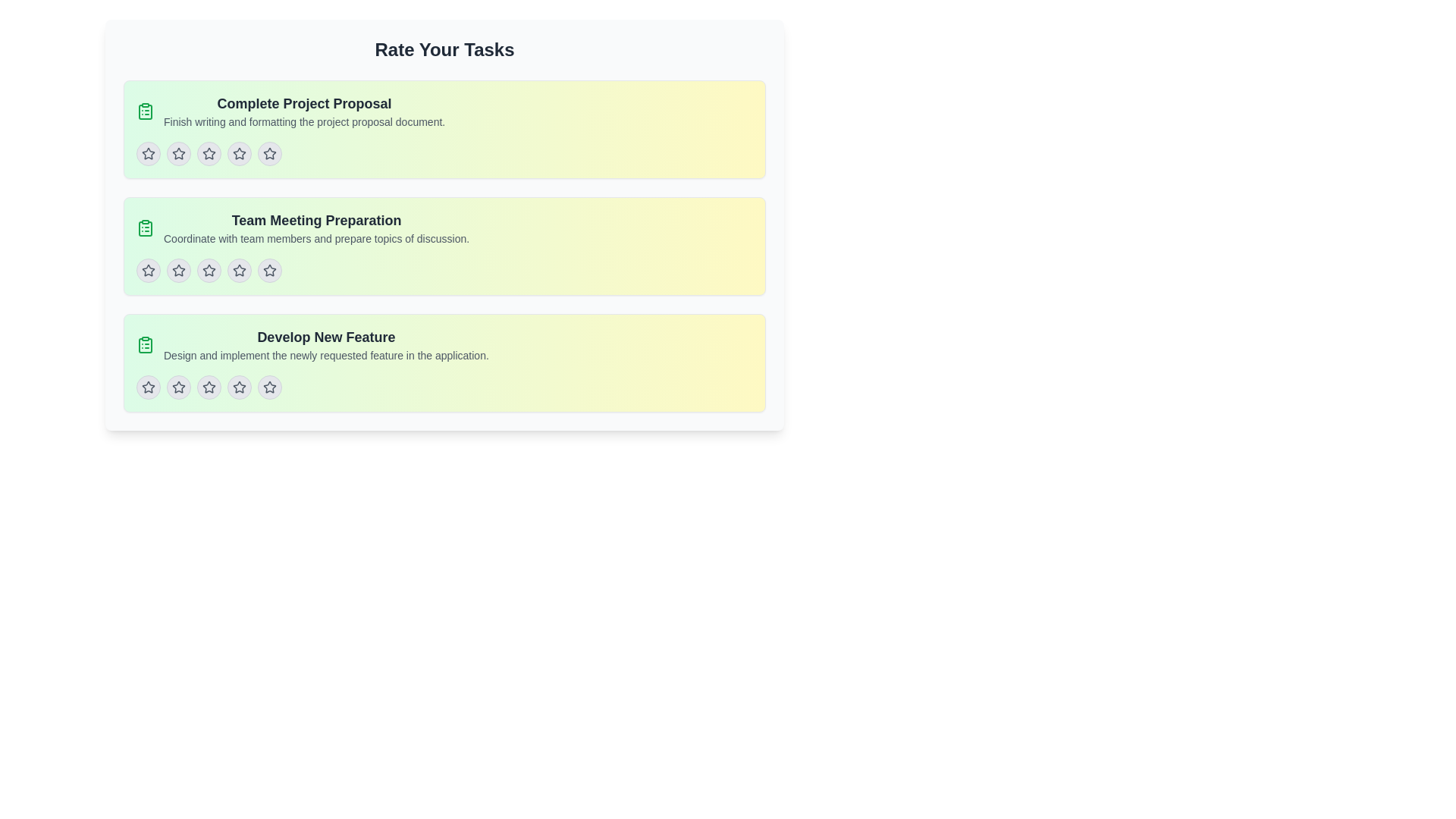  Describe the element at coordinates (208, 270) in the screenshot. I see `the circular button with a light gray background and an empty star icon outlined in dark gray, located in the 'Team Meeting Preparation' section` at that location.